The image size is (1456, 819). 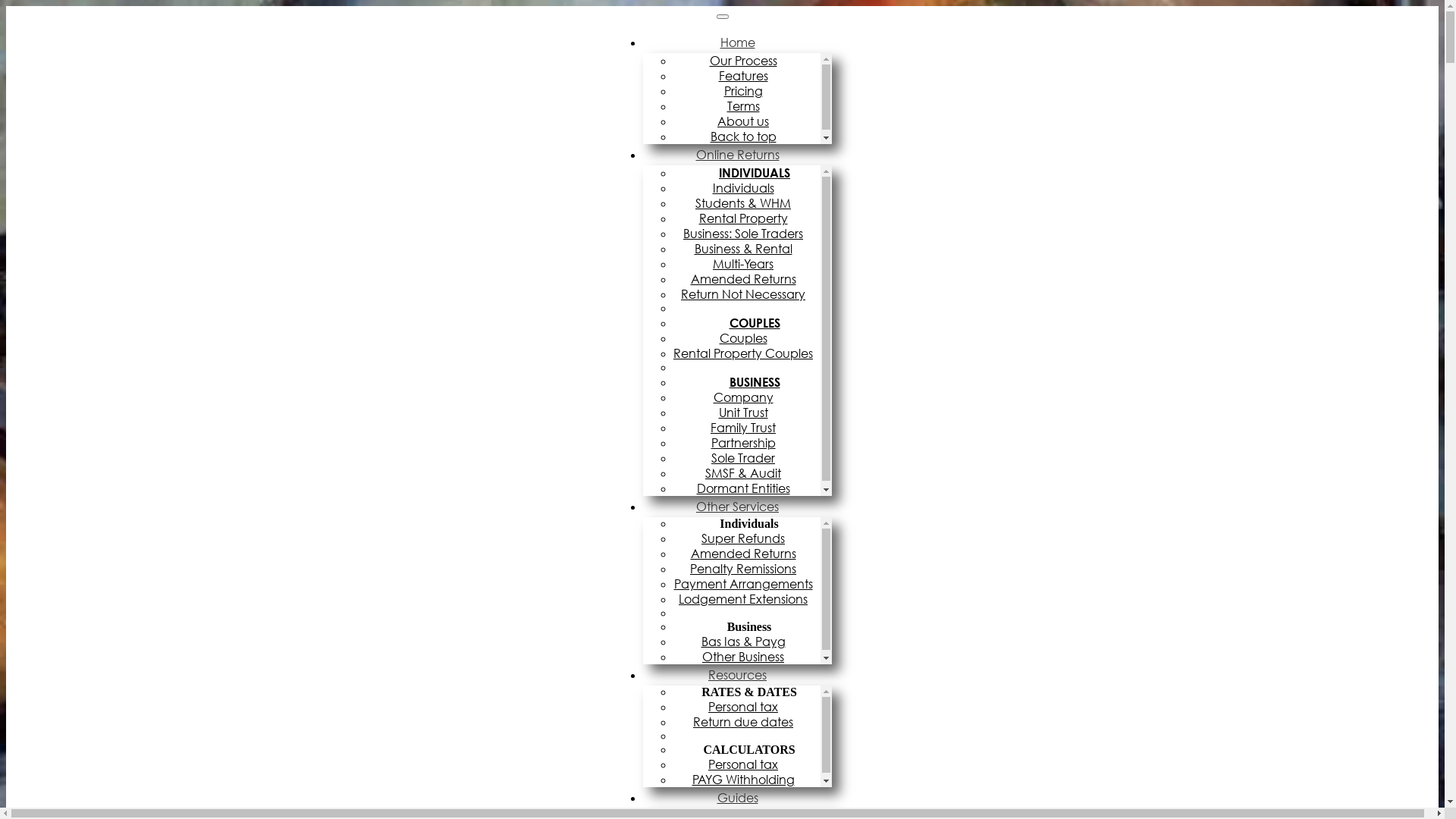 I want to click on 'Company', so click(x=746, y=397).